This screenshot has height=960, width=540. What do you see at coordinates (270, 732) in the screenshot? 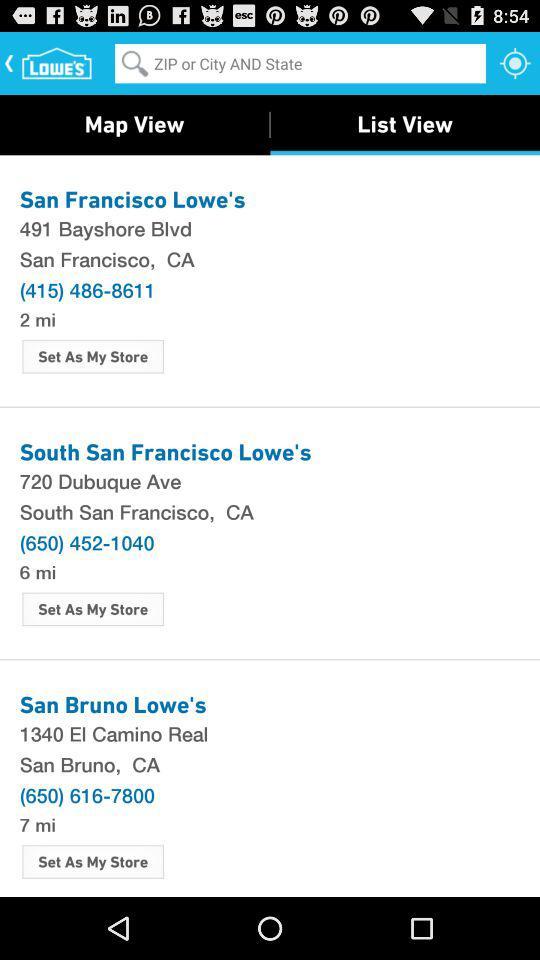
I see `the 1340 el camino icon` at bounding box center [270, 732].